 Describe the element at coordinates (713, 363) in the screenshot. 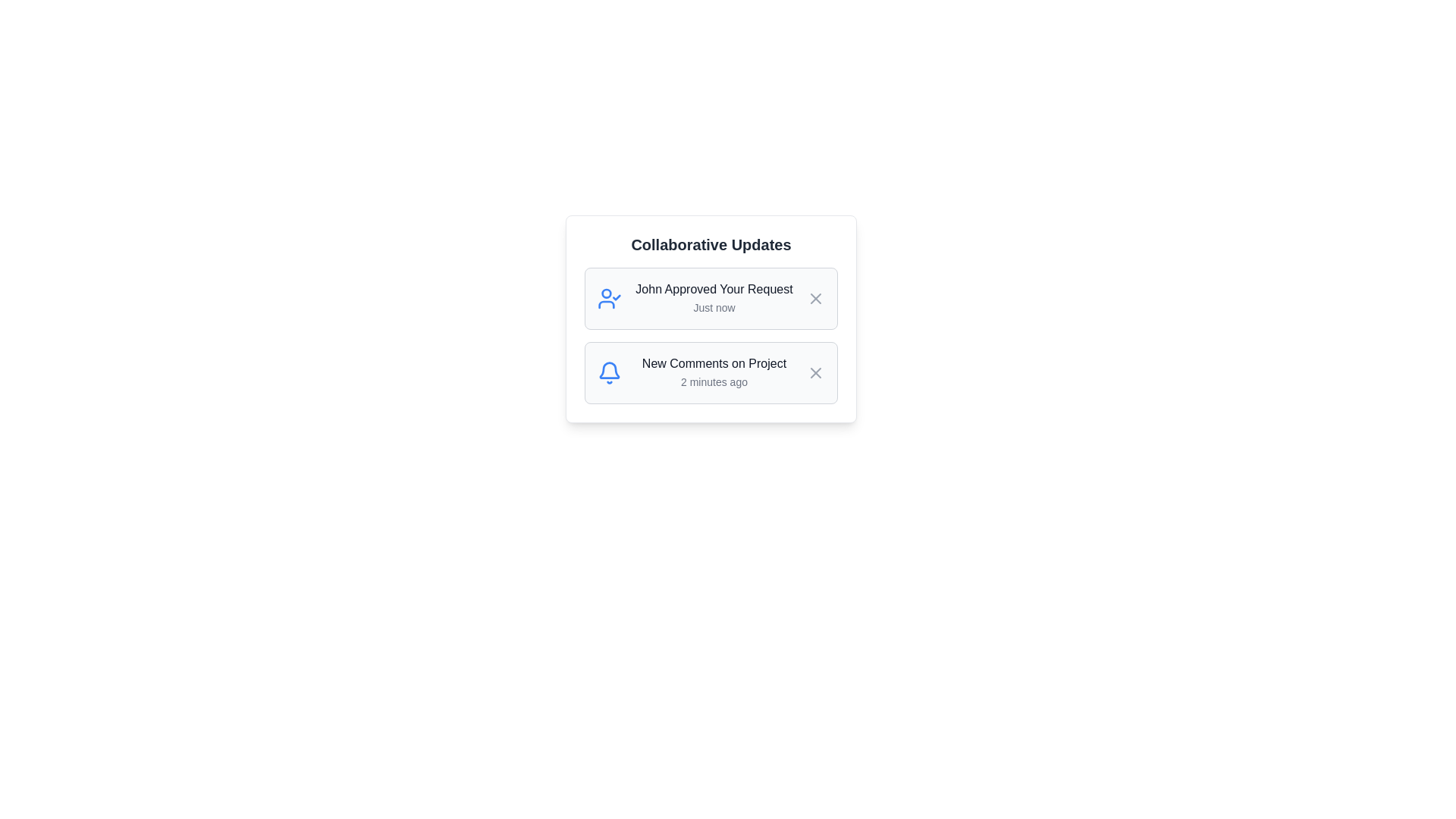

I see `the static text label conveying the title of a notification regarding new comments on a project, located in the second notification card within the 'Collaborative Updates' section` at that location.